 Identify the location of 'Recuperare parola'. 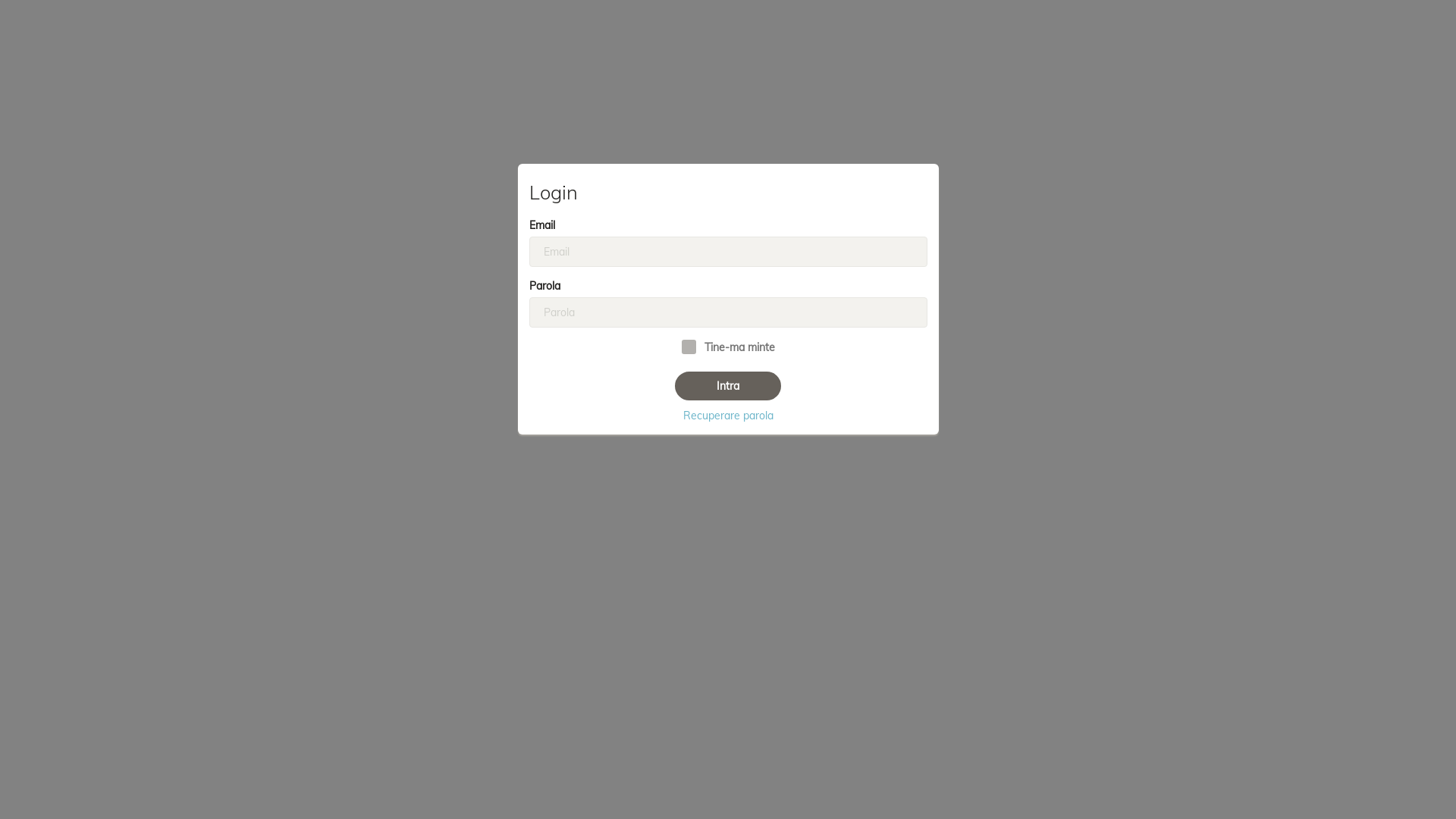
(726, 415).